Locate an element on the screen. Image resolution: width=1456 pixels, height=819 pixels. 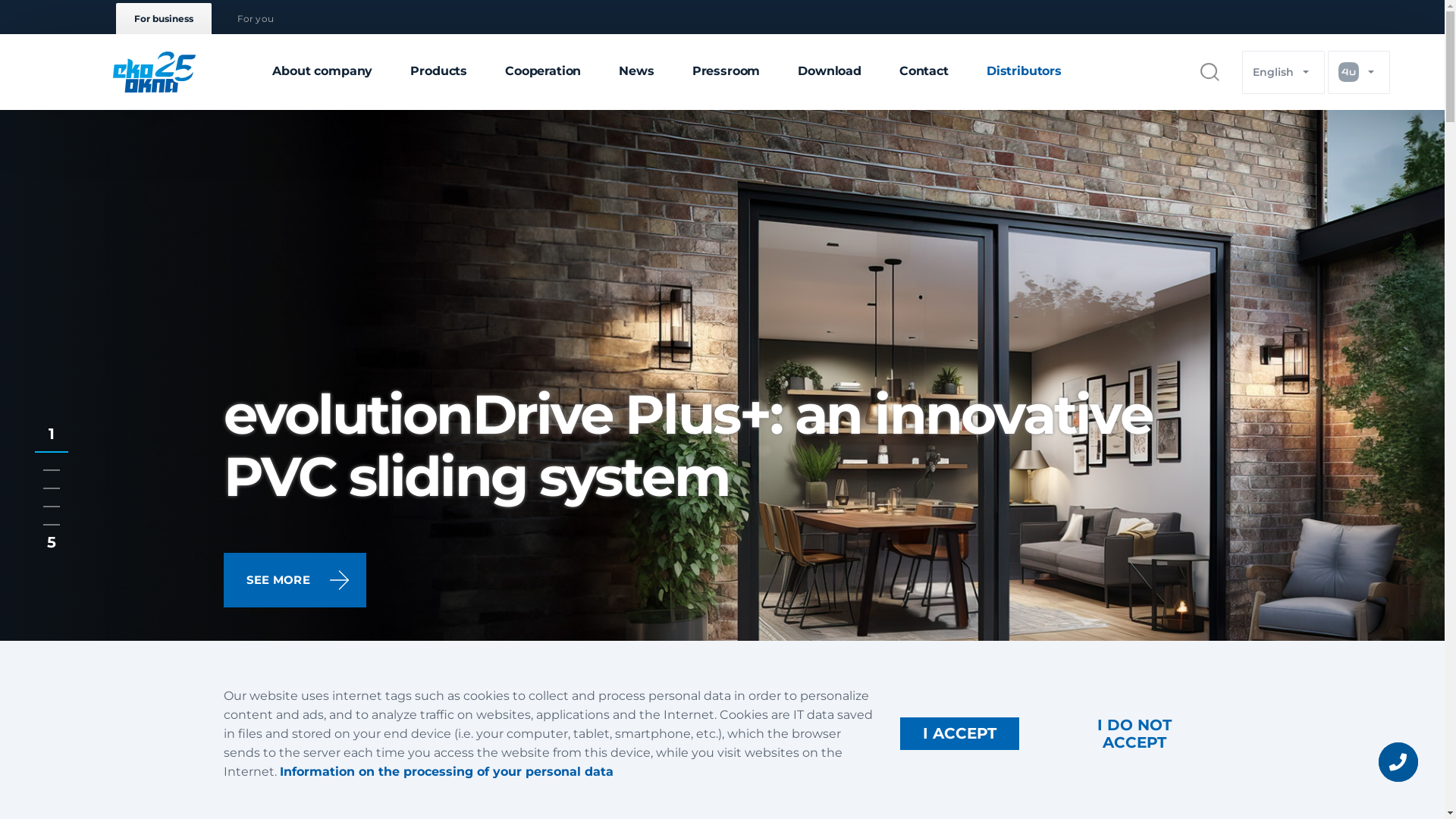
'Pressroom' is located at coordinates (726, 72).